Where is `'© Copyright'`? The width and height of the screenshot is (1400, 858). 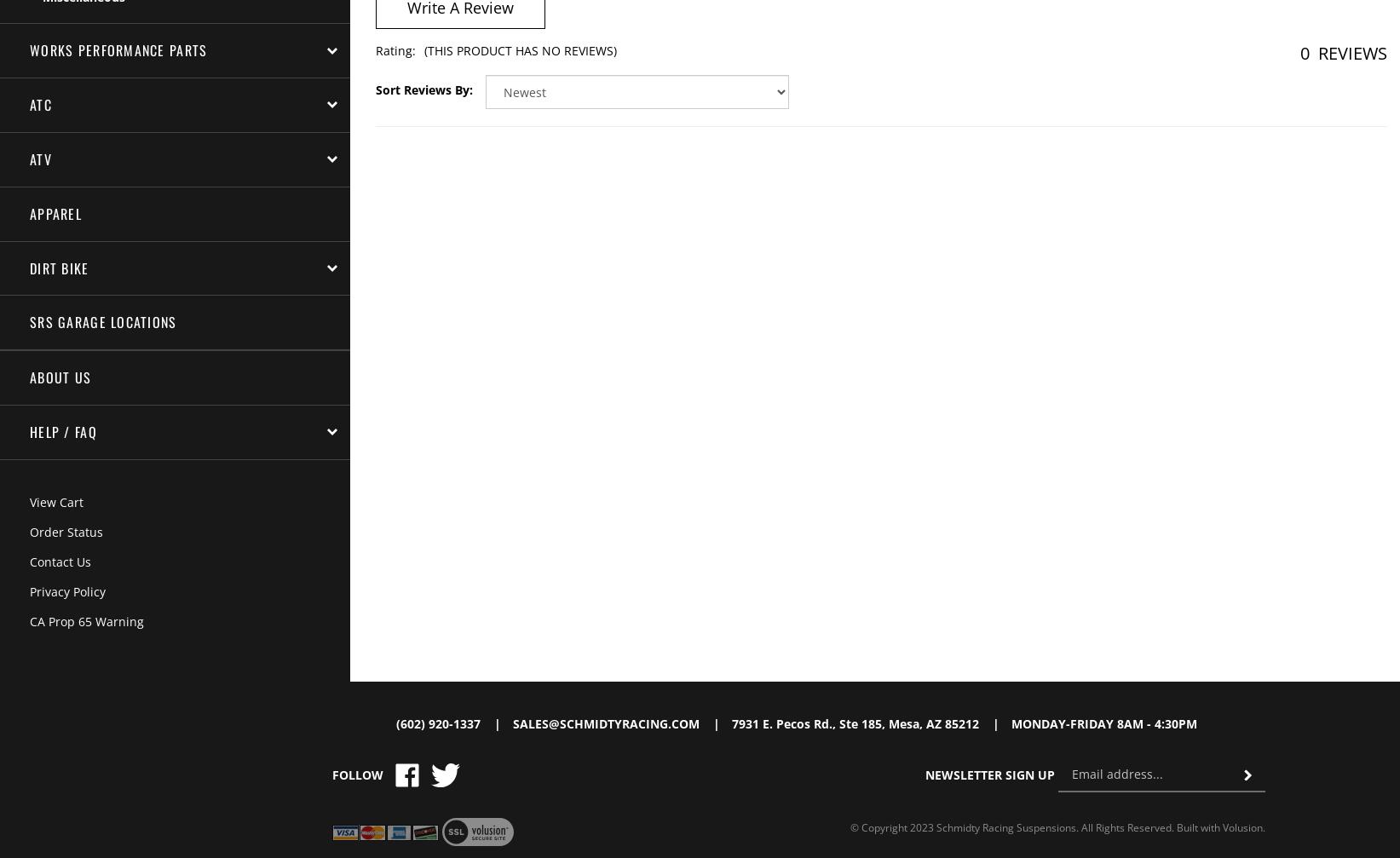 '© Copyright' is located at coordinates (879, 826).